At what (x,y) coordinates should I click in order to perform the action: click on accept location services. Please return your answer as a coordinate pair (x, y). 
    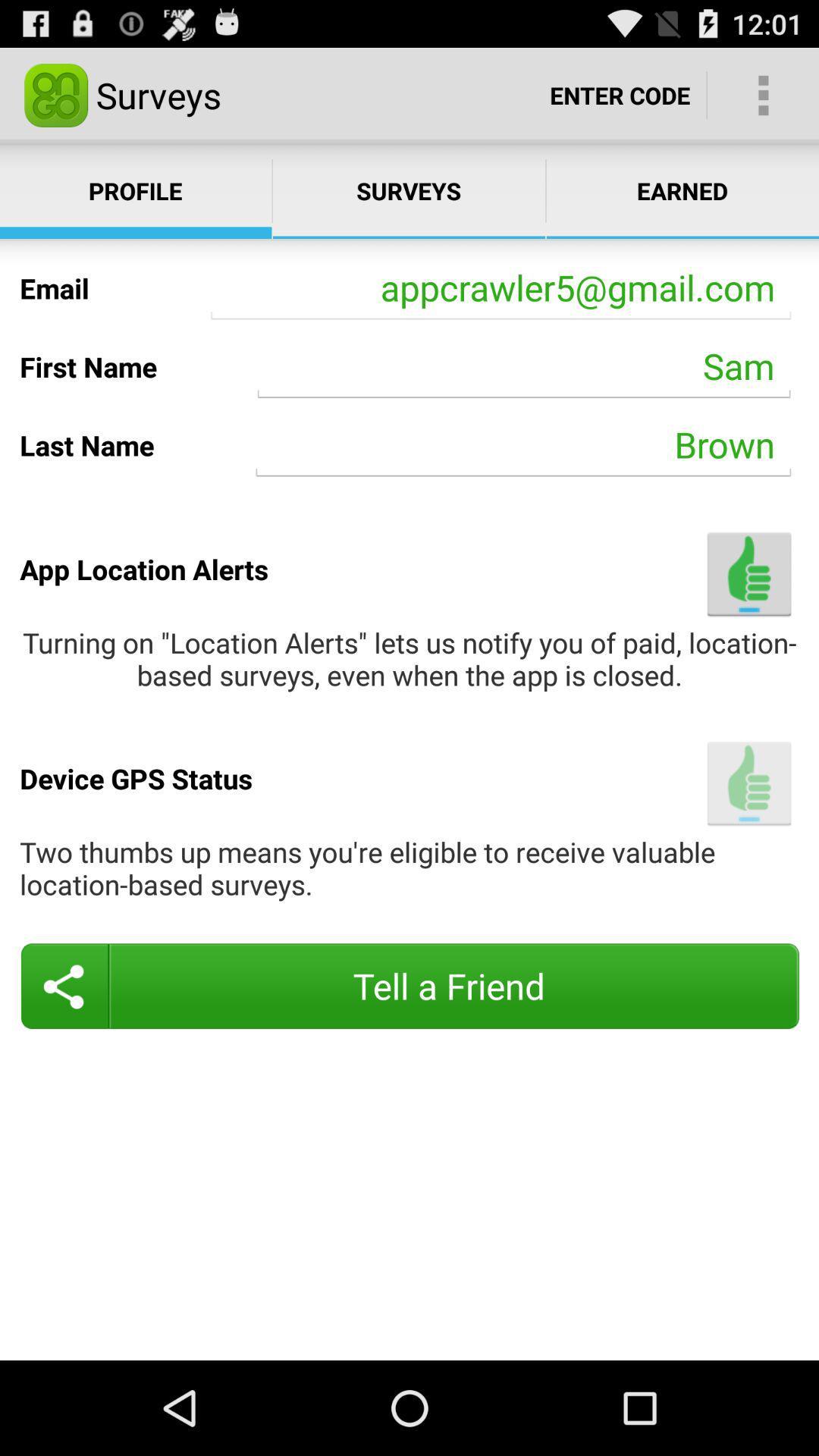
    Looking at the image, I should click on (748, 783).